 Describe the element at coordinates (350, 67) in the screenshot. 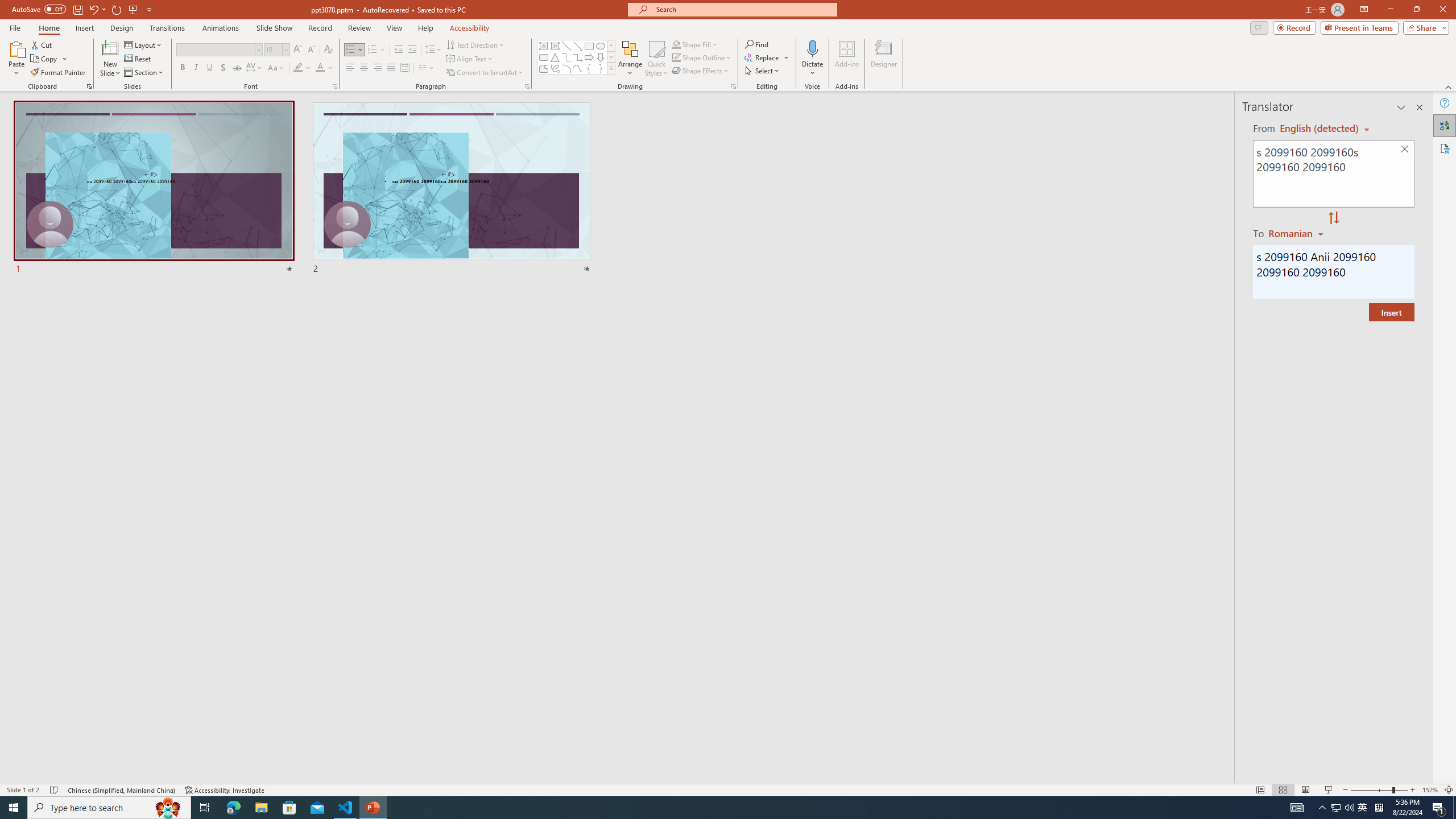

I see `'Align Left'` at that location.